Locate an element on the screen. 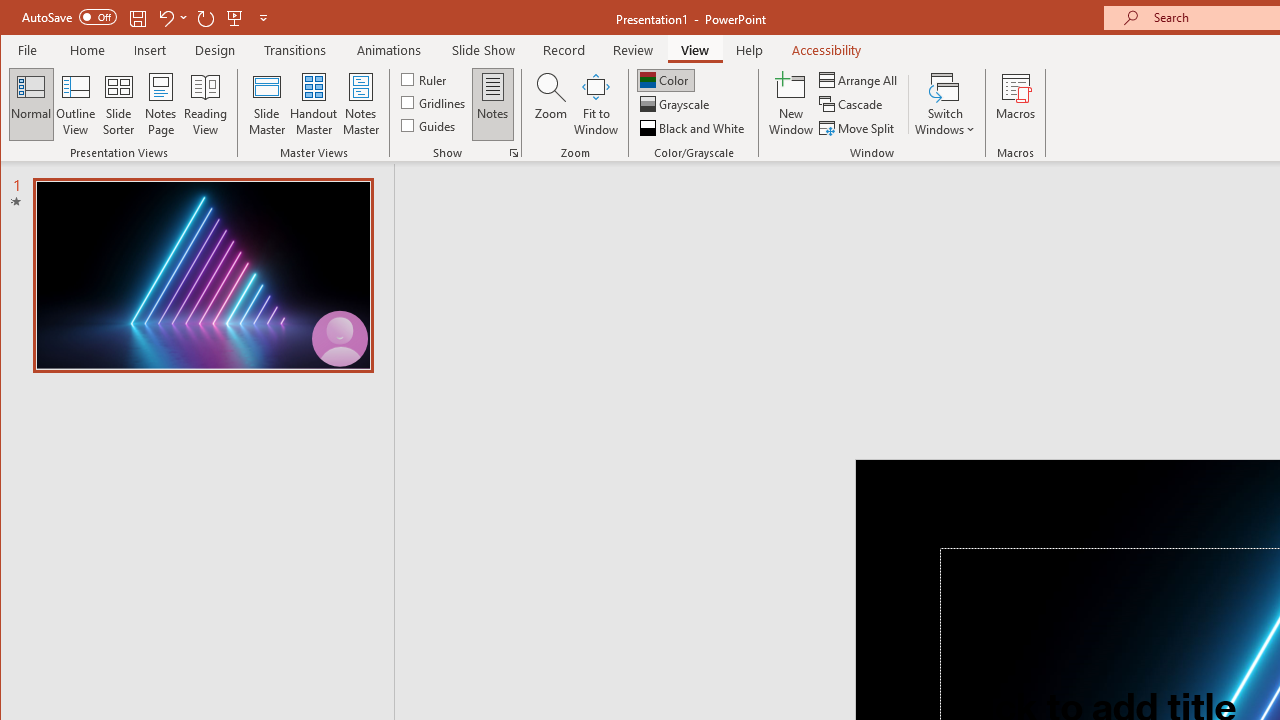 This screenshot has height=720, width=1280. 'Handout Master' is located at coordinates (313, 104).